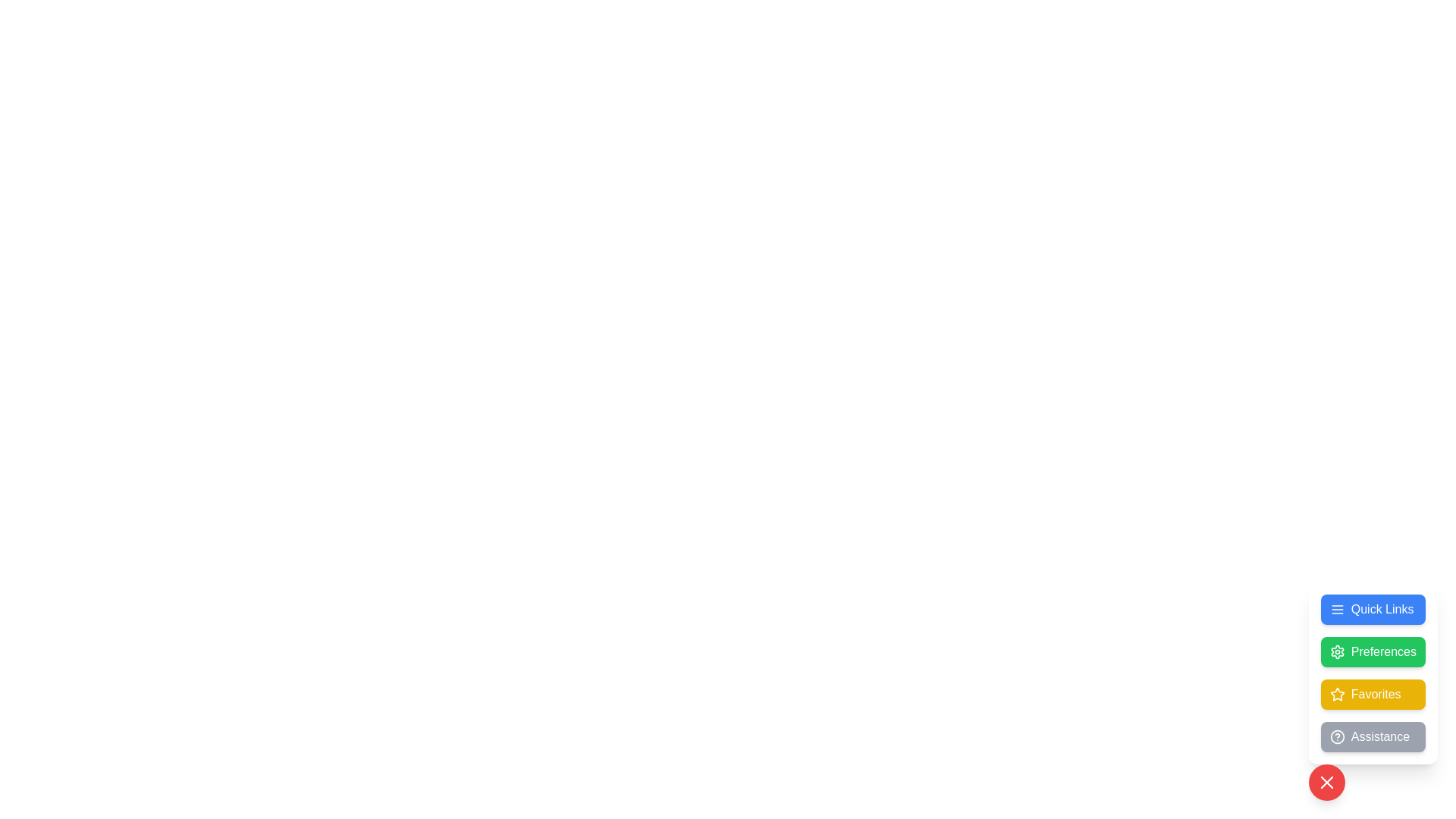  Describe the element at coordinates (1337, 736) in the screenshot. I see `the help icon located in the 'Assistance' option at the bottom-right corner of the interface` at that location.